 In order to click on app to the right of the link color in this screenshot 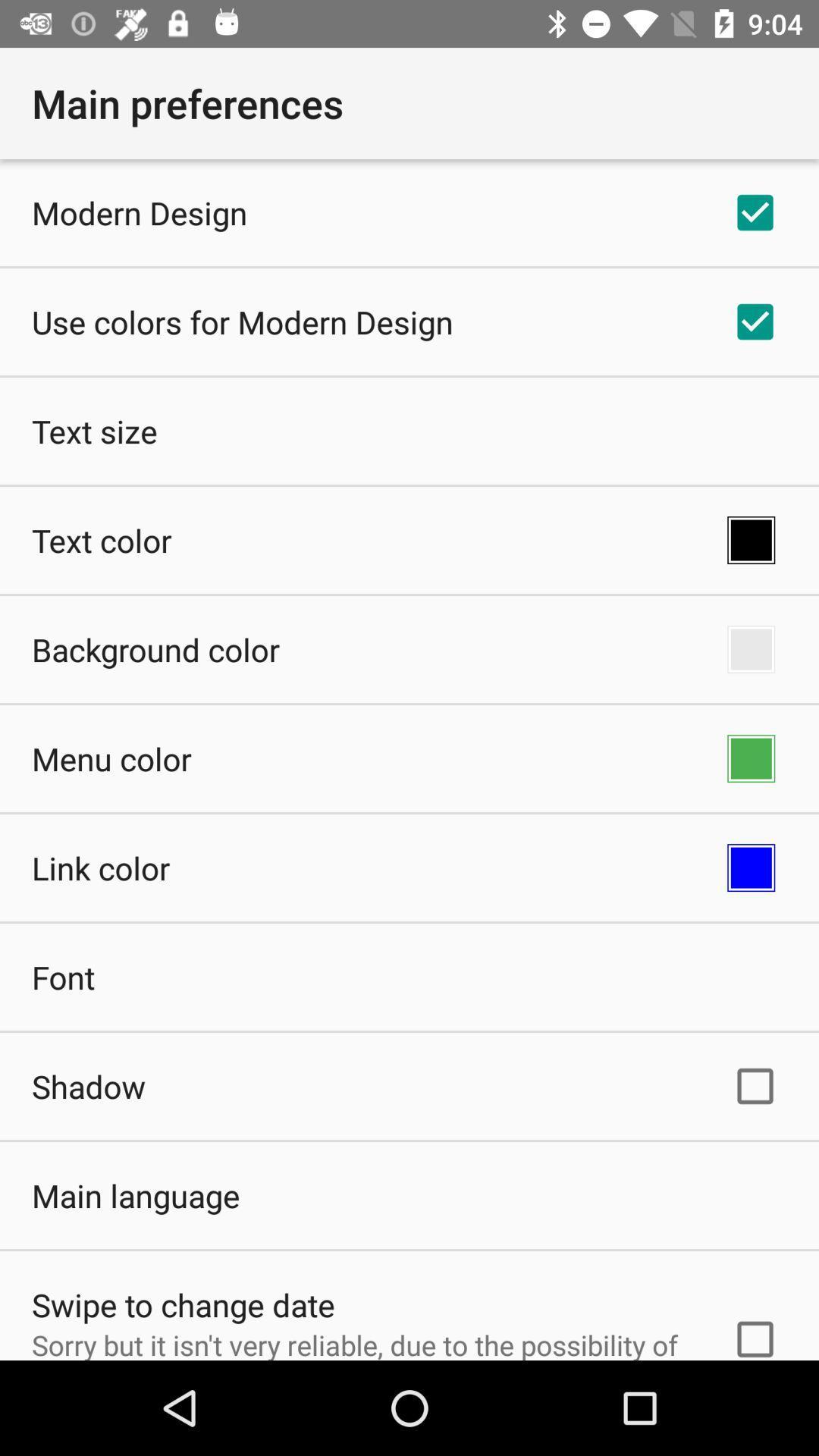, I will do `click(751, 868)`.